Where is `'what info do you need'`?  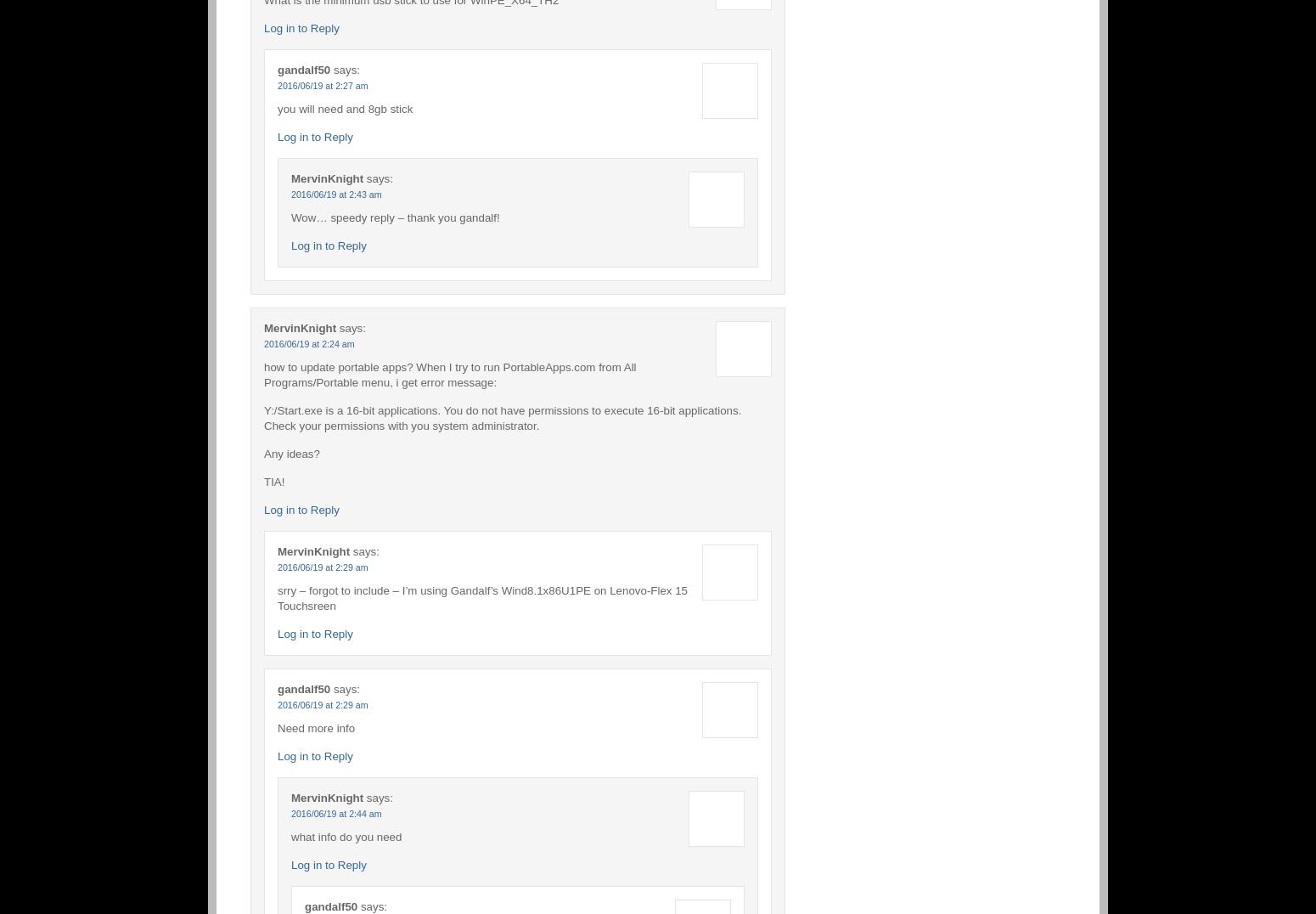 'what info do you need' is located at coordinates (346, 836).